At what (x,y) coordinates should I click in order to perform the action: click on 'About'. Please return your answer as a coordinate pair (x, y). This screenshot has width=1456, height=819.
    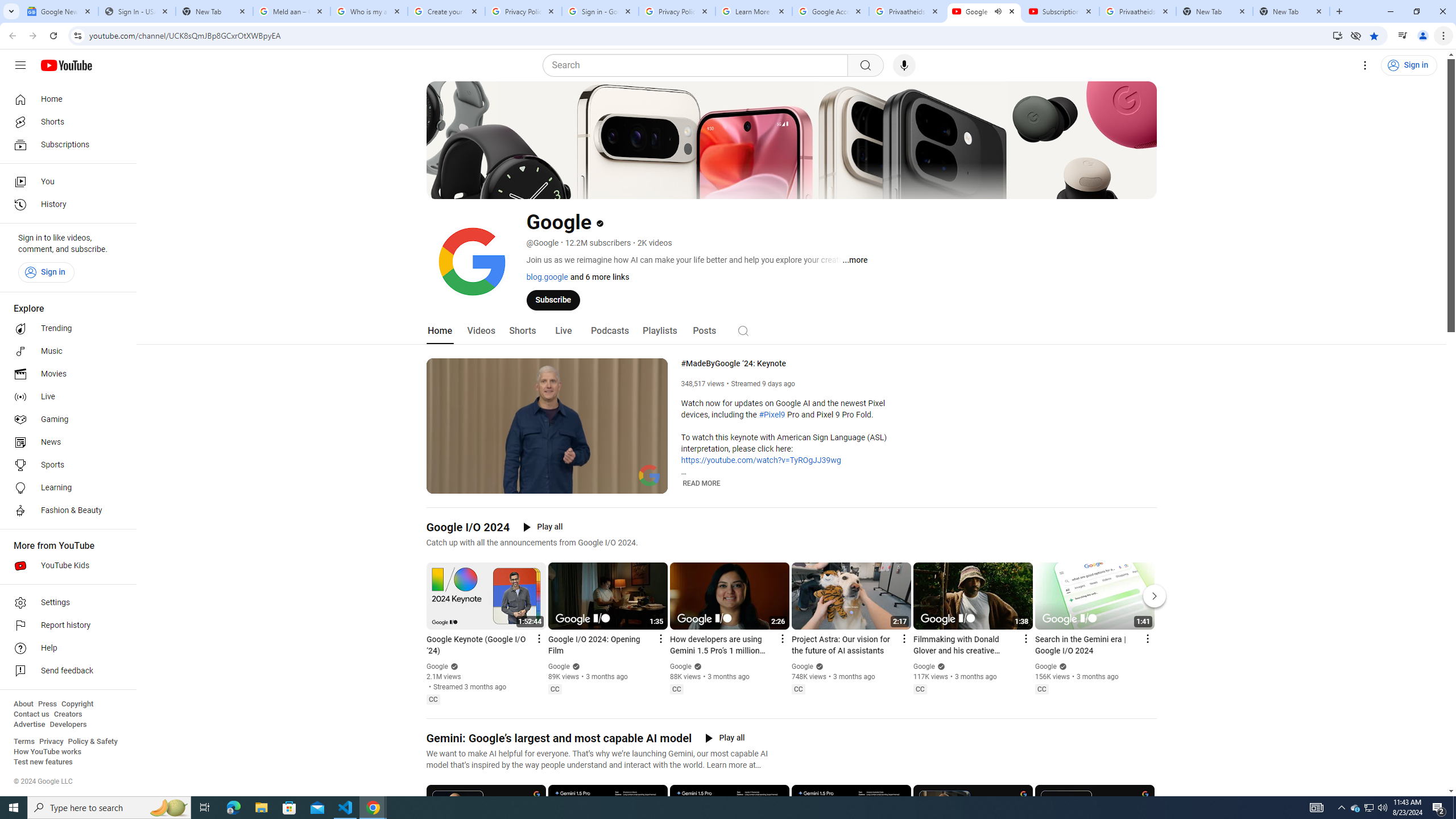
    Looking at the image, I should click on (23, 704).